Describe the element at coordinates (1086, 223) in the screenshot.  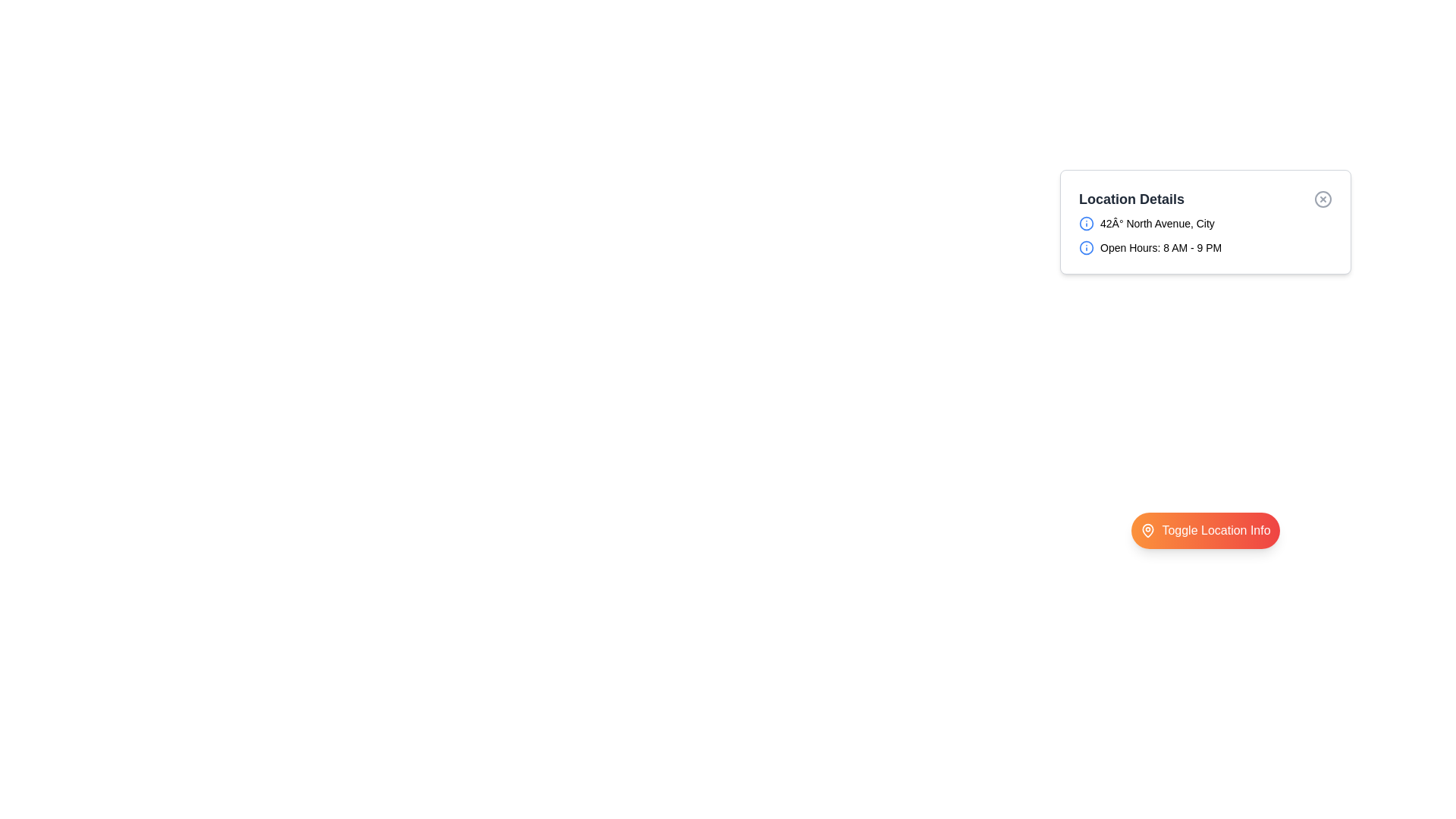
I see `the information icon located to the left of the descriptive text for the address '42° North Avenue, City' within the card-style panel labeled 'Location Details' to retrieve information` at that location.